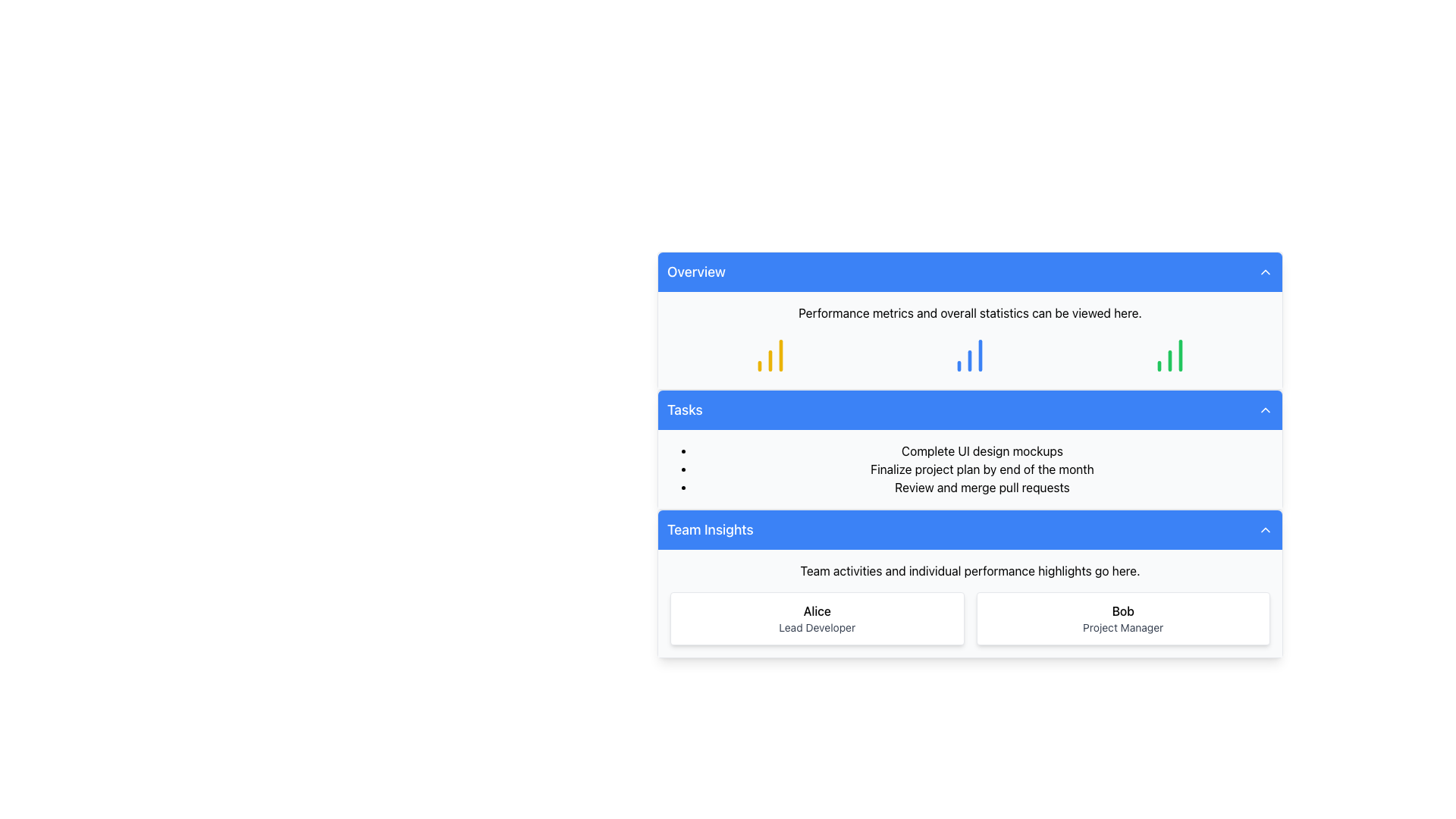 This screenshot has height=819, width=1456. Describe the element at coordinates (982, 450) in the screenshot. I see `text of the first List Item Text in the 'Tasks' section, which displays a task description` at that location.